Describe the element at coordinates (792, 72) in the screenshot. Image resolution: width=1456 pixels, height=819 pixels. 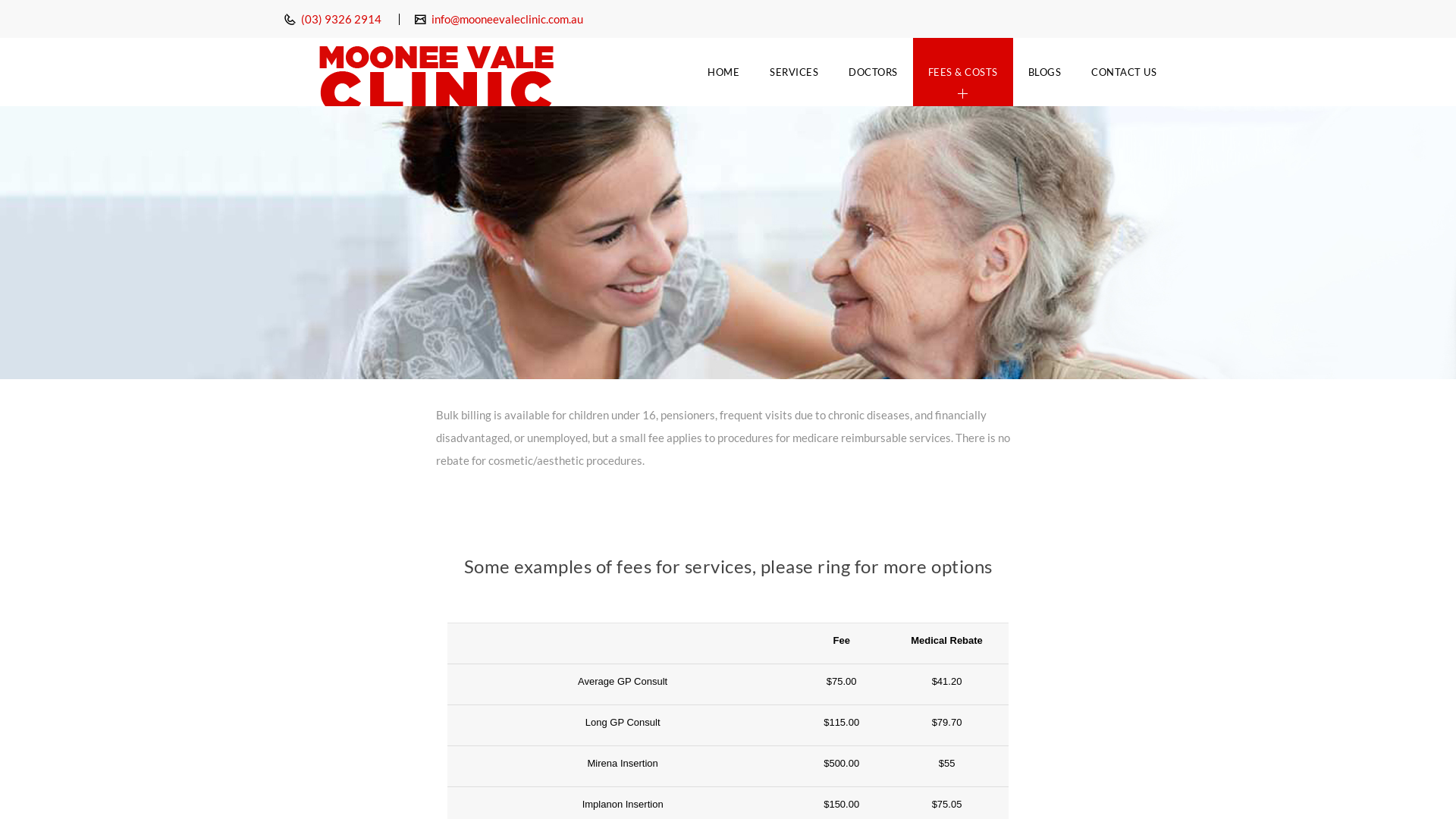
I see `'SERVICES'` at that location.